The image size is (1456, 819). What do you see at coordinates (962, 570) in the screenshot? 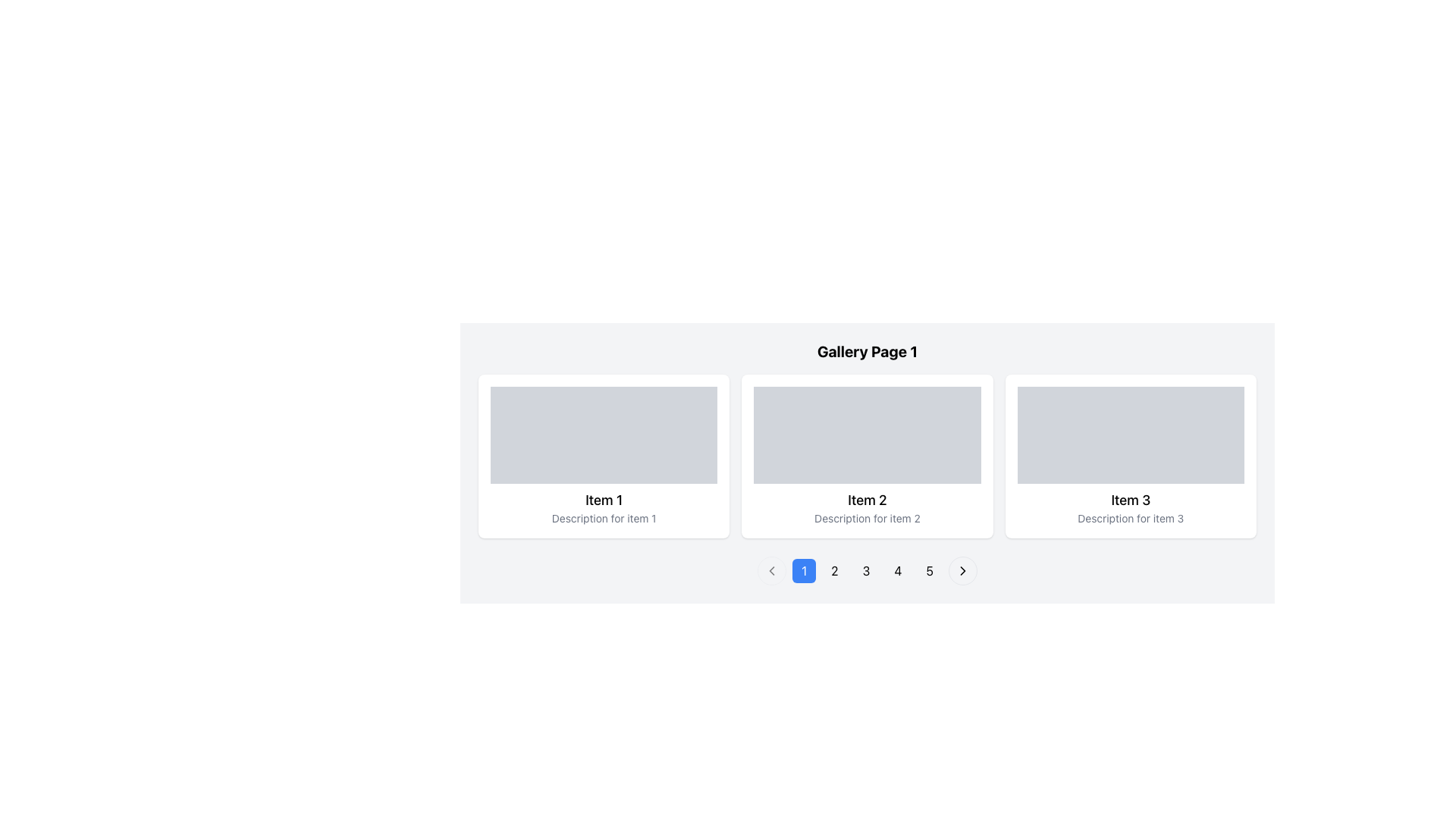
I see `the pagination next page icon located at the bottom-right of the pagination control area for keyboard navigation` at bounding box center [962, 570].